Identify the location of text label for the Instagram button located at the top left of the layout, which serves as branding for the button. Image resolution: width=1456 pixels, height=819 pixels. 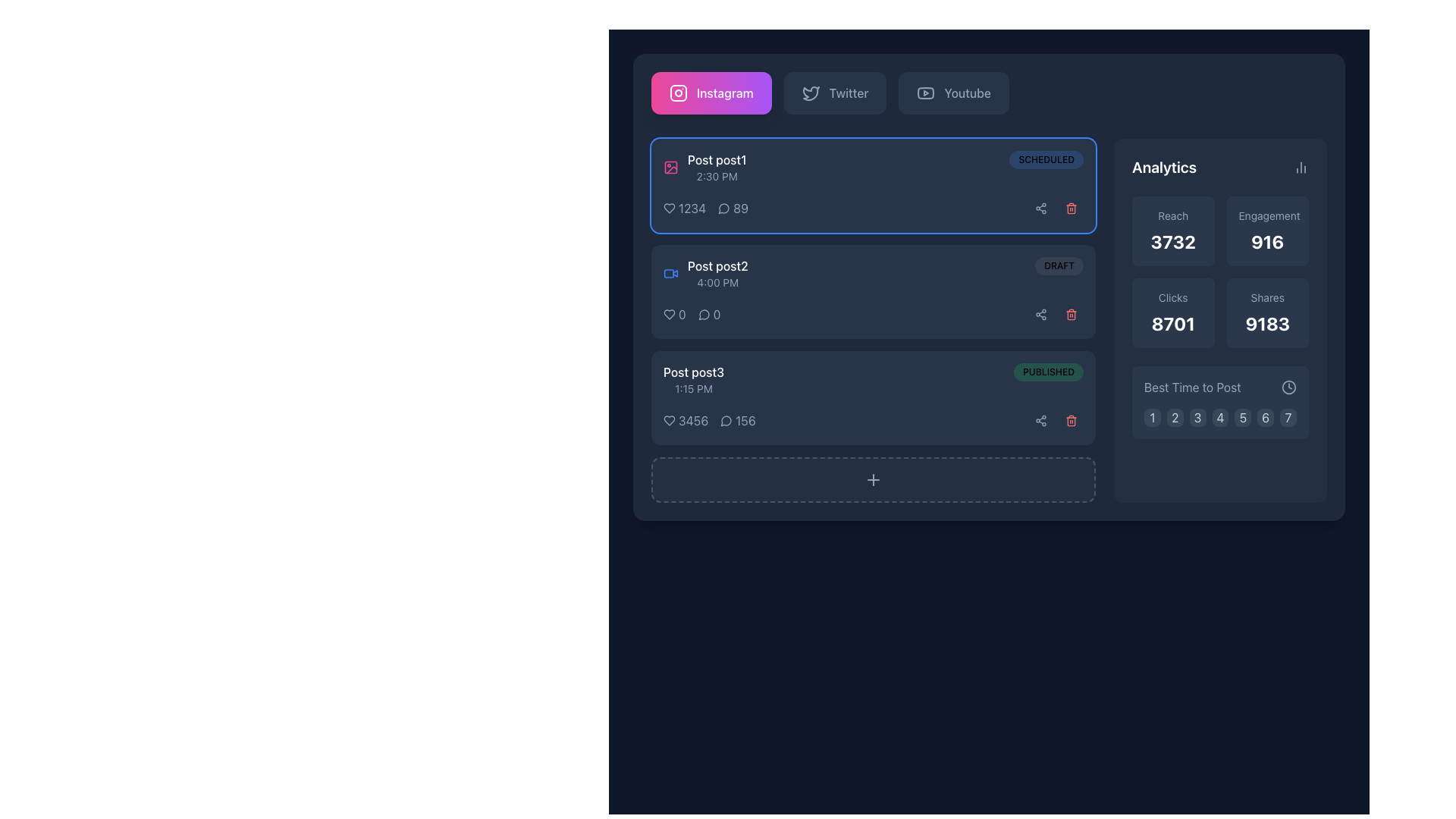
(724, 93).